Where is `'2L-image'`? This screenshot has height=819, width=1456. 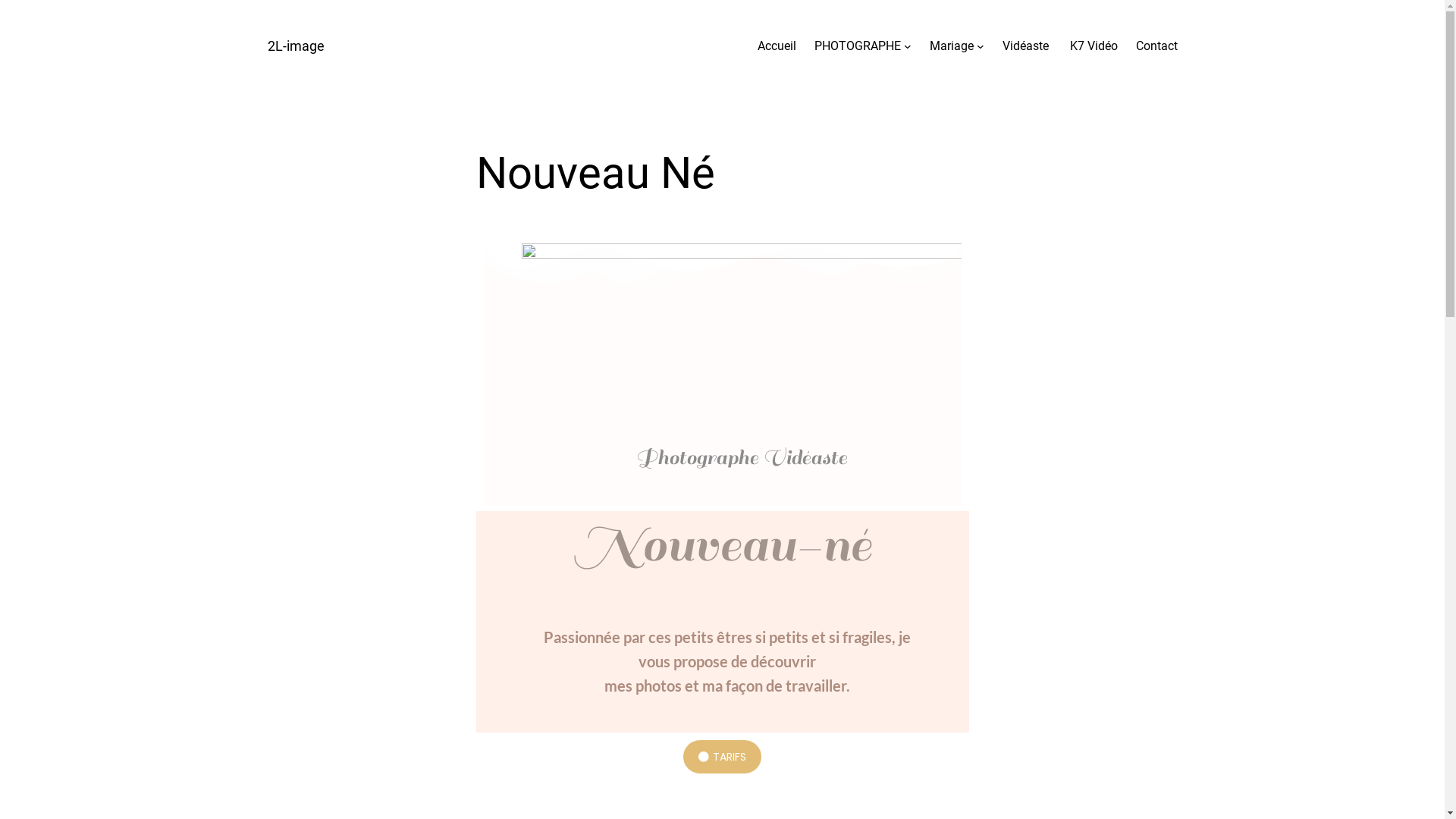 '2L-image' is located at coordinates (266, 45).